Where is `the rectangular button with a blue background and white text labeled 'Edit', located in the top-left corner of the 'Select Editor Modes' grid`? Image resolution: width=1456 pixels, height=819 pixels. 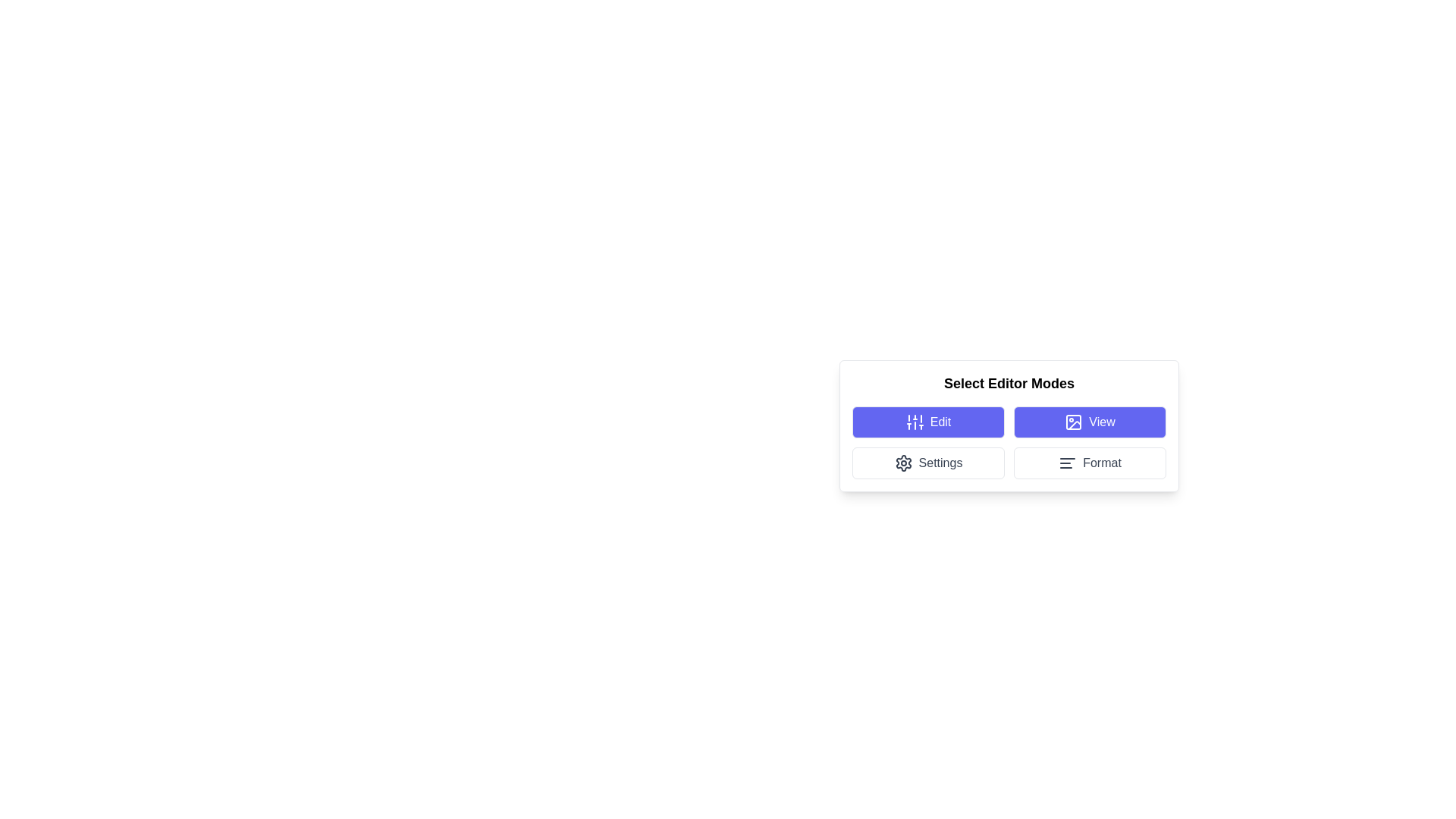
the rectangular button with a blue background and white text labeled 'Edit', located in the top-left corner of the 'Select Editor Modes' grid is located at coordinates (927, 422).